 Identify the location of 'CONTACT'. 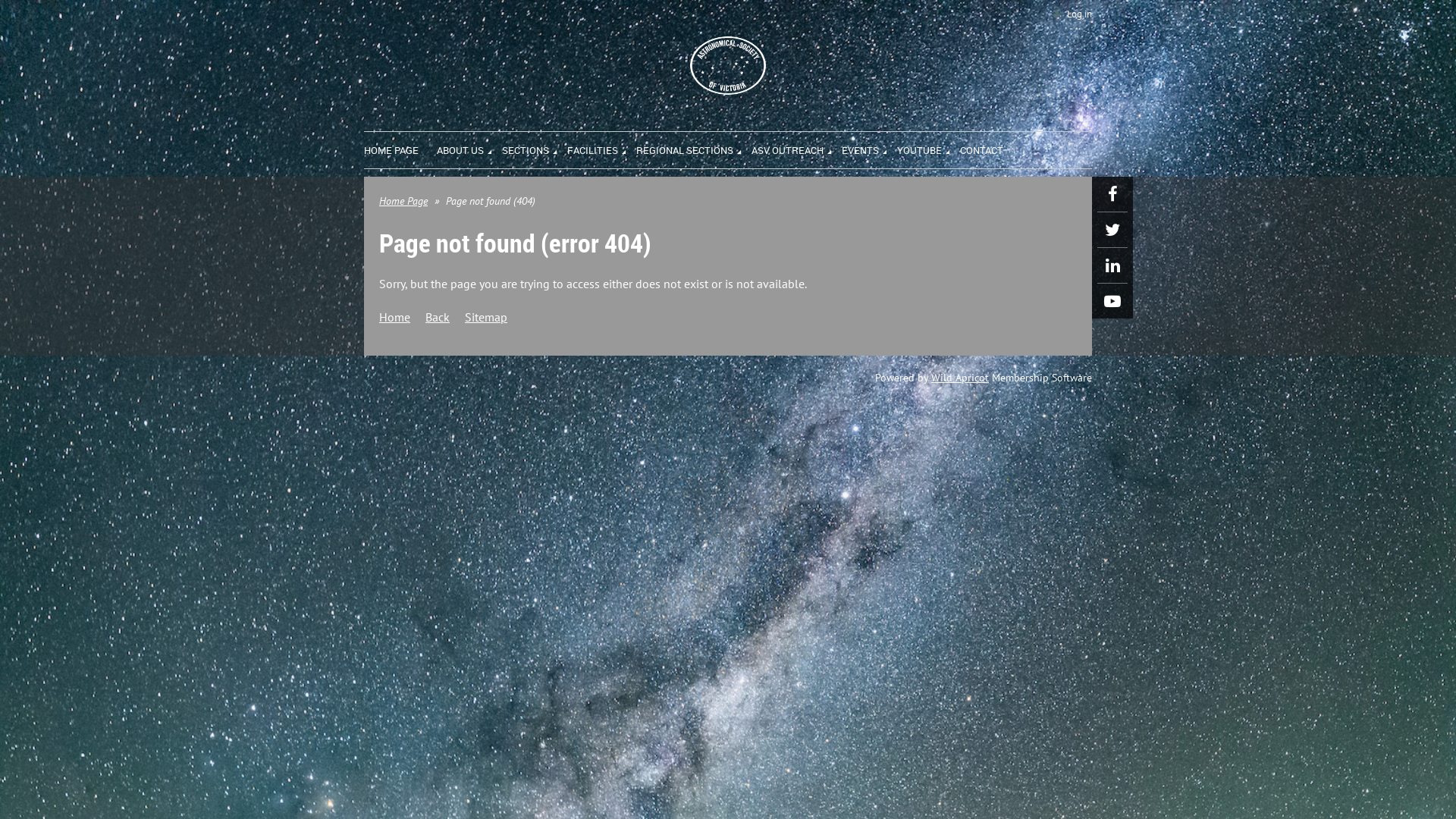
(959, 148).